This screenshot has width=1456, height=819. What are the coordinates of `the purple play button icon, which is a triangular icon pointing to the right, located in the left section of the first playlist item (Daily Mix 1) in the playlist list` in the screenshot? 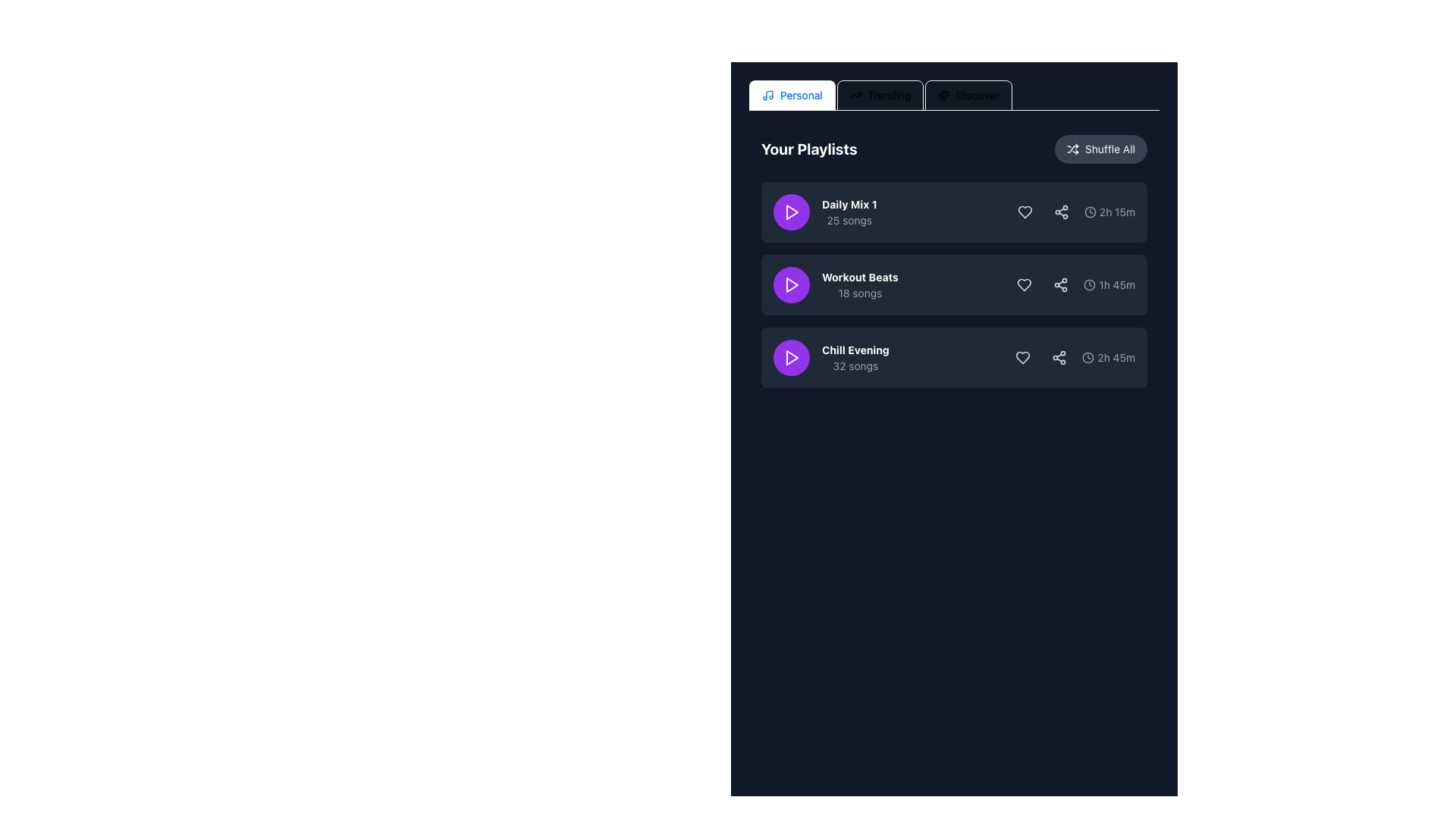 It's located at (792, 212).